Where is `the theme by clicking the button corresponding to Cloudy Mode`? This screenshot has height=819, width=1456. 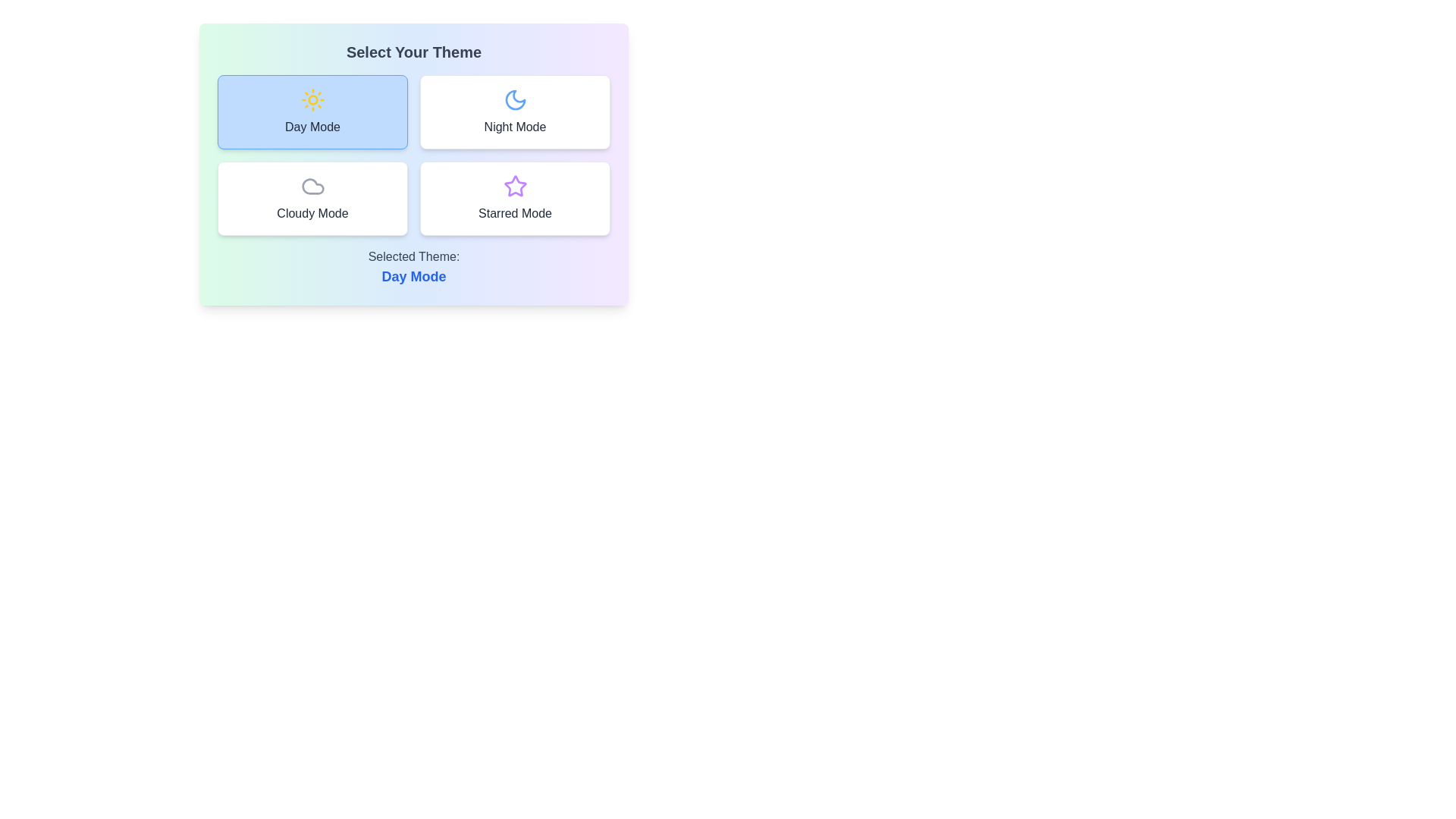 the theme by clicking the button corresponding to Cloudy Mode is located at coordinates (312, 198).